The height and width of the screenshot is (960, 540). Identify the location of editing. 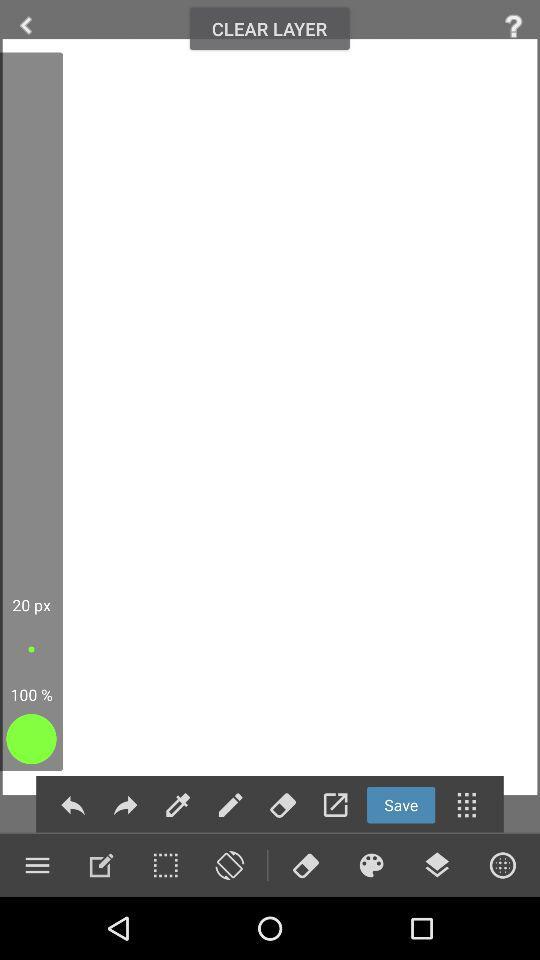
(229, 805).